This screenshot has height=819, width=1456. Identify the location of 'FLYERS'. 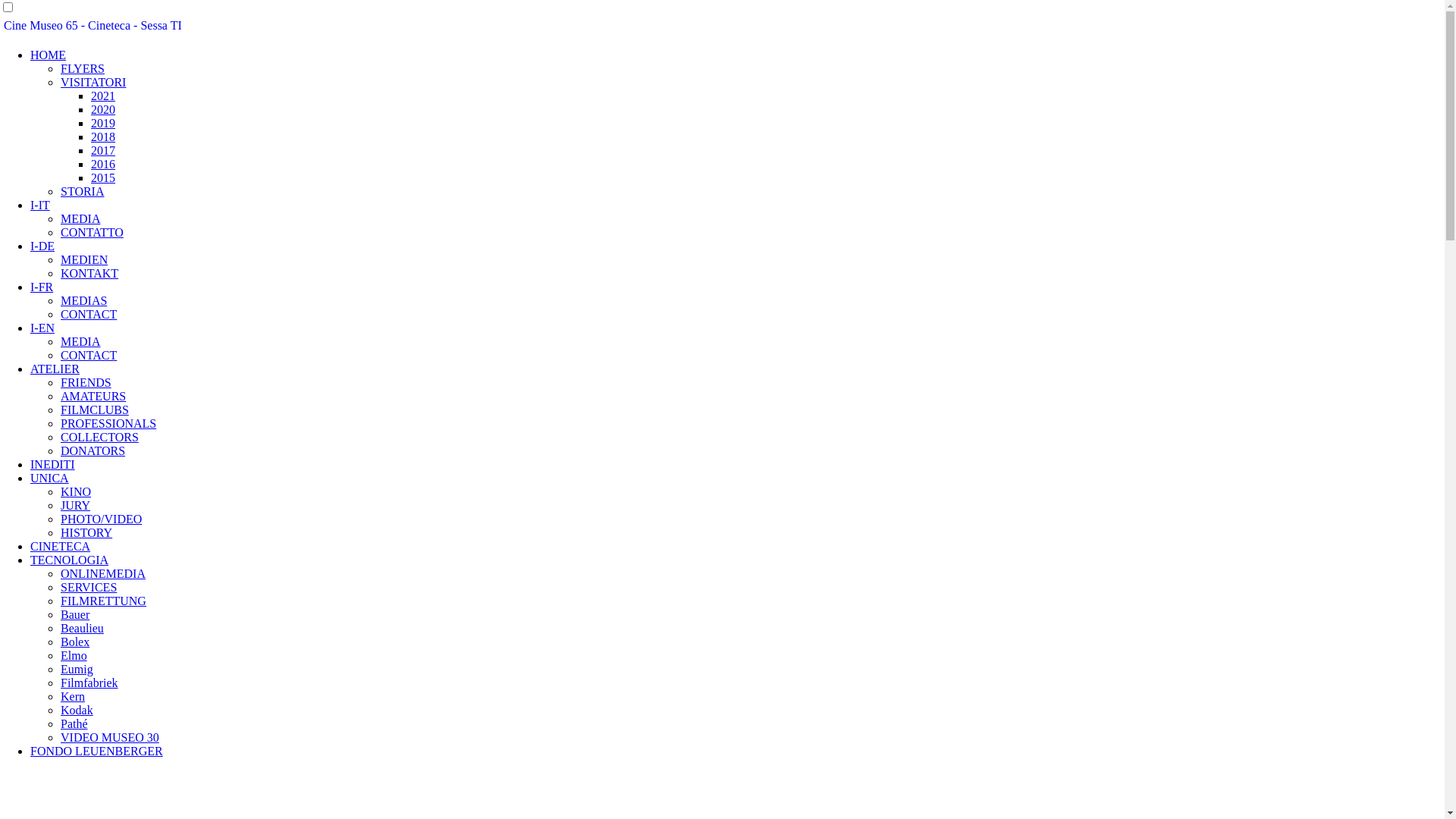
(82, 68).